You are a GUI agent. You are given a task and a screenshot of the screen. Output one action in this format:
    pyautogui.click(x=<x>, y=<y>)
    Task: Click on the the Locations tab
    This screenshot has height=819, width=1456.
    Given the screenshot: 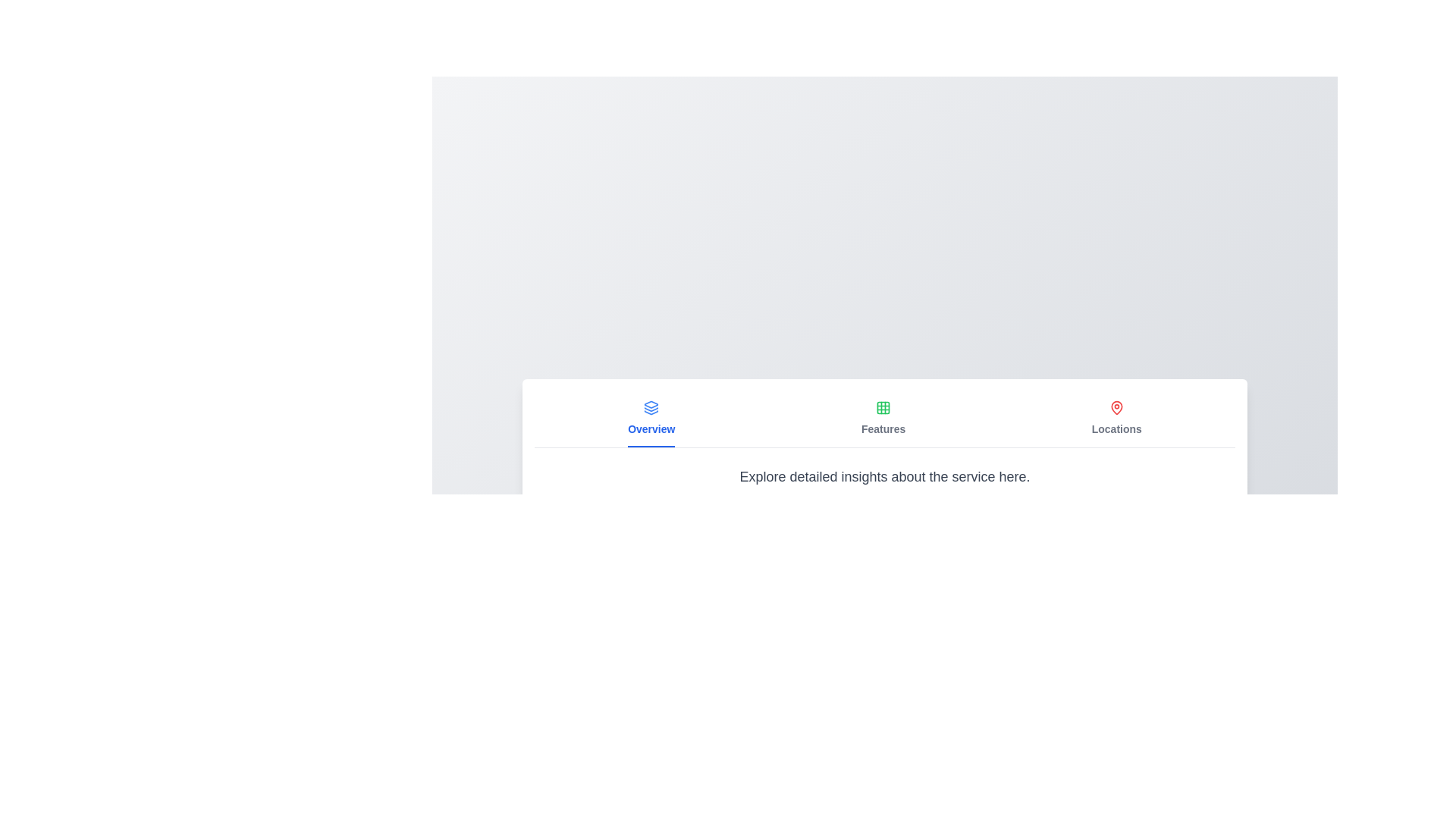 What is the action you would take?
    pyautogui.click(x=1116, y=419)
    